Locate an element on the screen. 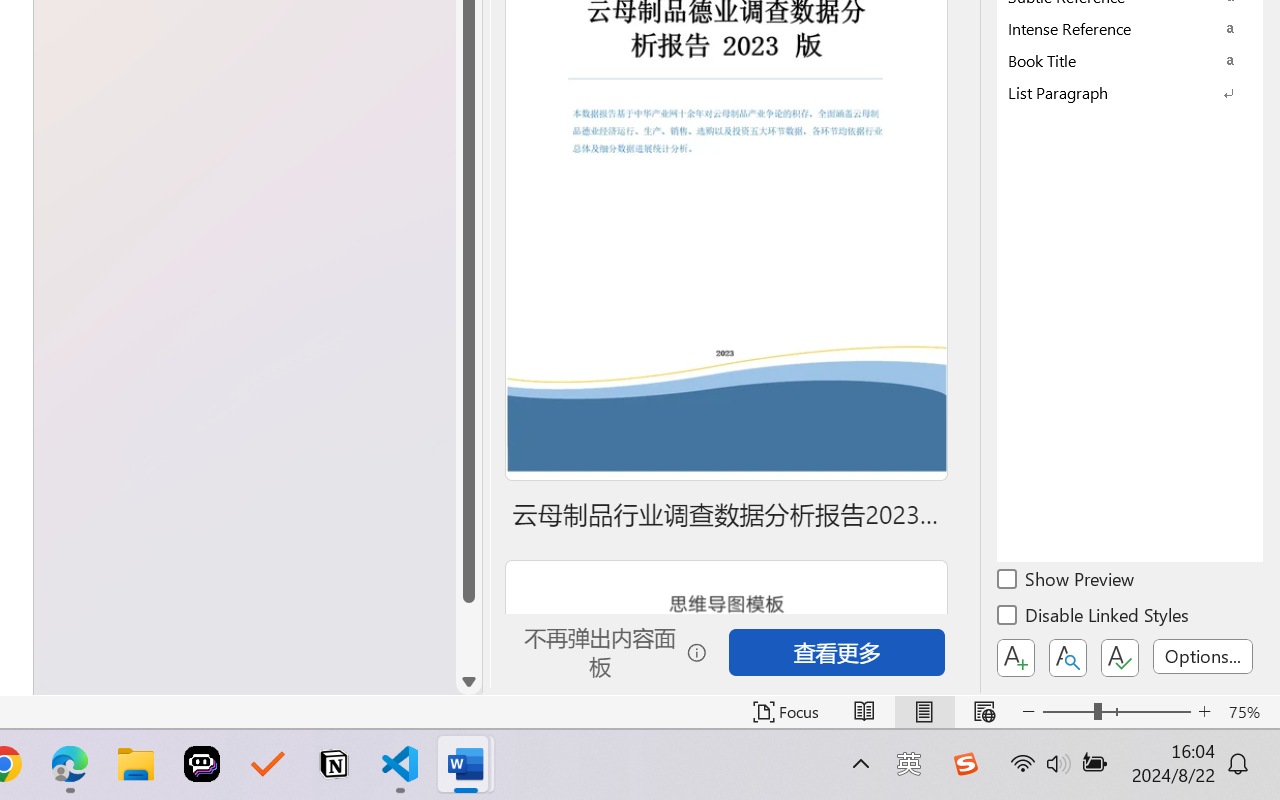 This screenshot has height=800, width=1280. 'List Paragraph' is located at coordinates (1130, 92).